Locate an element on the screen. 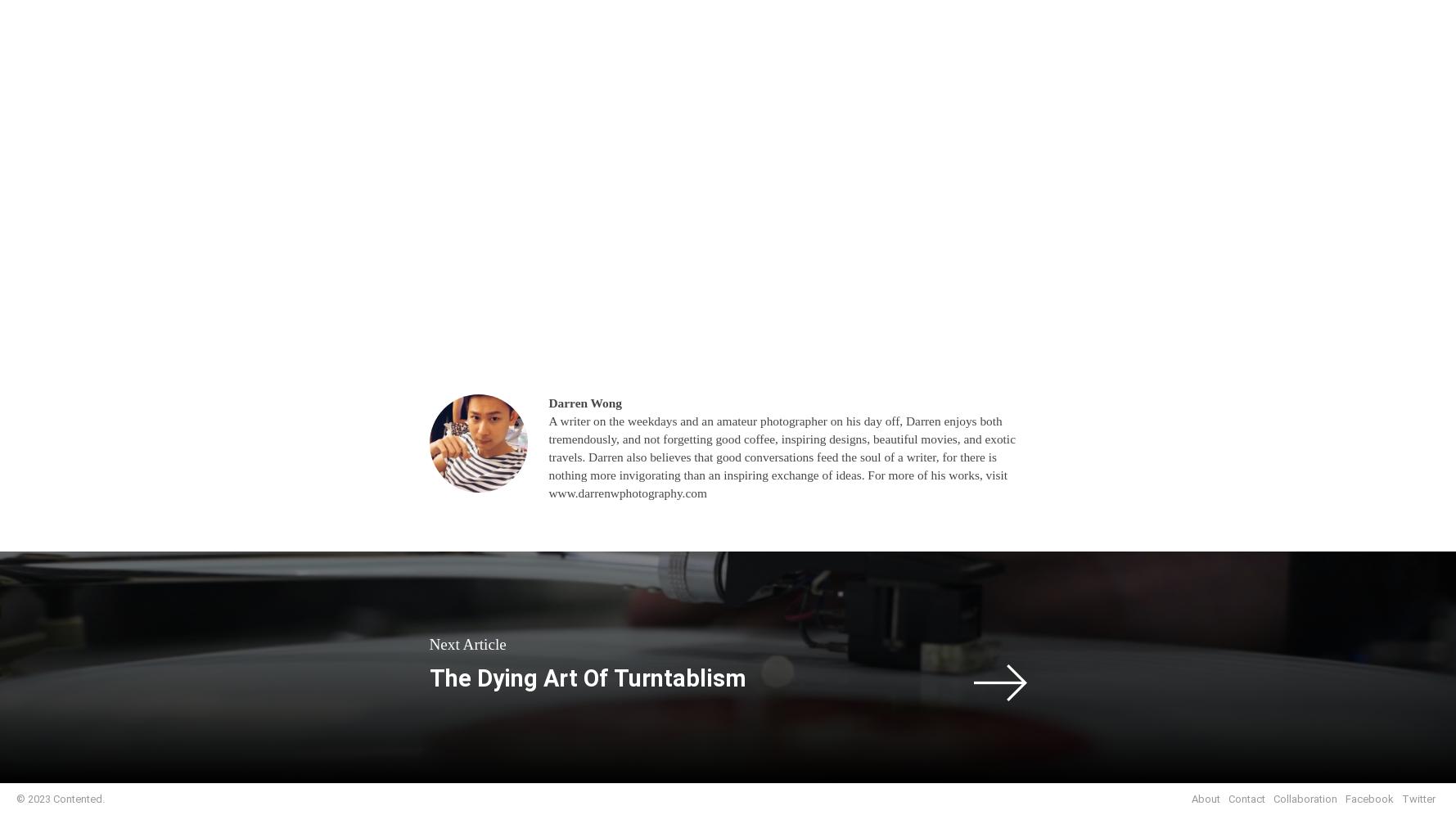 The image size is (1456, 815). 'Contact' is located at coordinates (1246, 798).